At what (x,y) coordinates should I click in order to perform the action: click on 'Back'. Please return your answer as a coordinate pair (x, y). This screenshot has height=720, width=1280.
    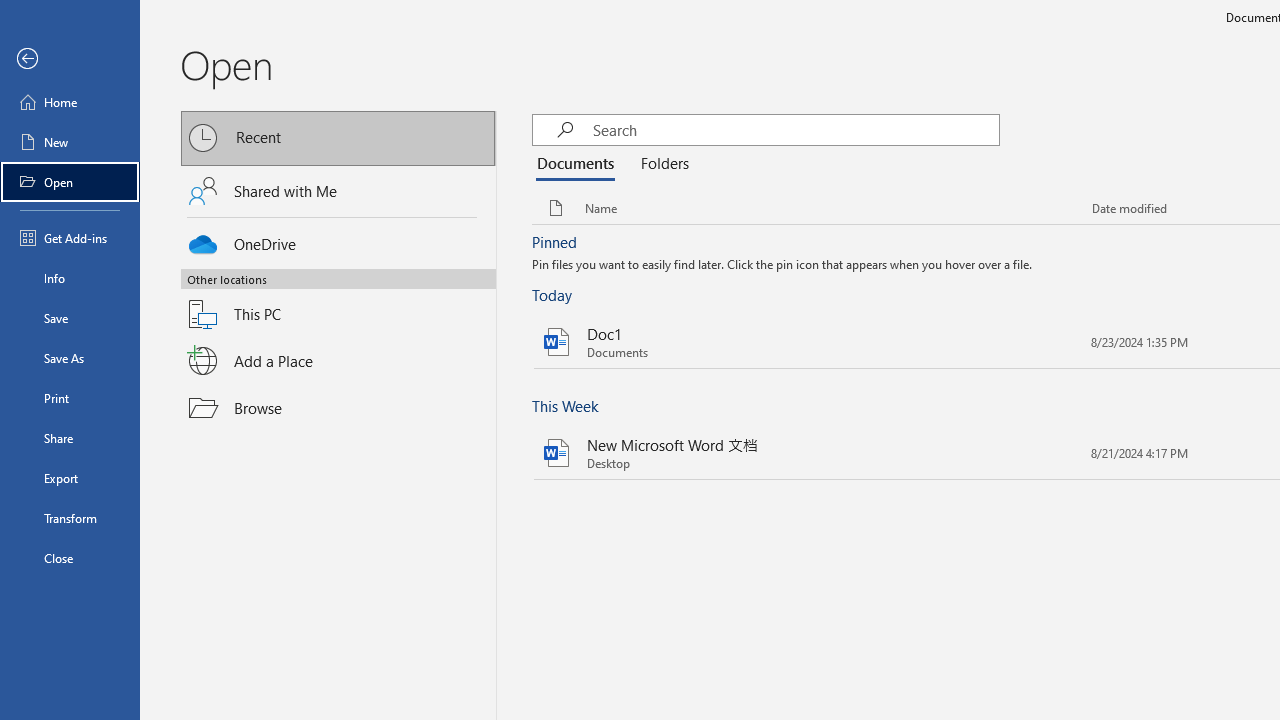
    Looking at the image, I should click on (69, 58).